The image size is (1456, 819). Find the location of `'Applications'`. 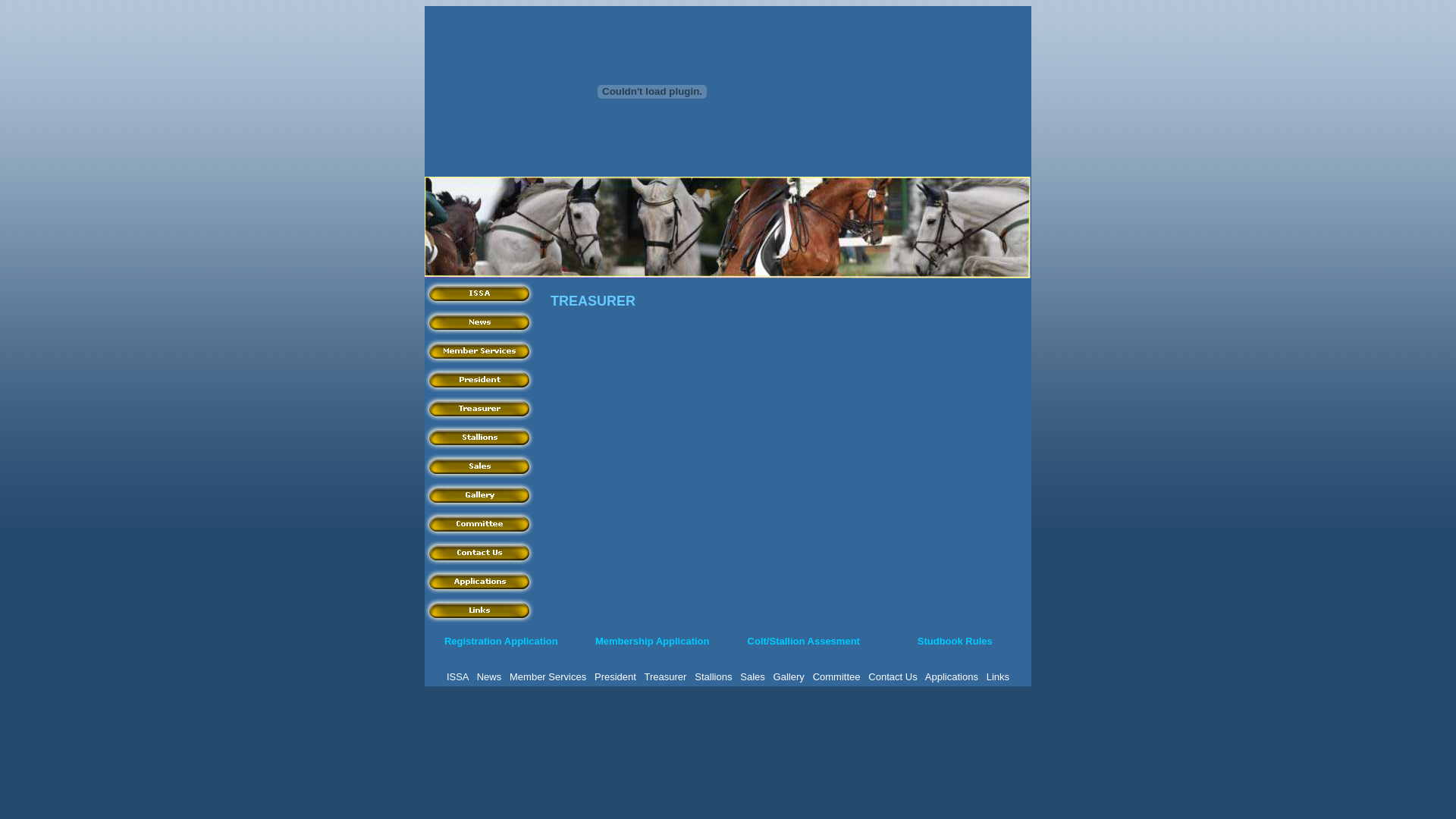

'Applications' is located at coordinates (425, 580).